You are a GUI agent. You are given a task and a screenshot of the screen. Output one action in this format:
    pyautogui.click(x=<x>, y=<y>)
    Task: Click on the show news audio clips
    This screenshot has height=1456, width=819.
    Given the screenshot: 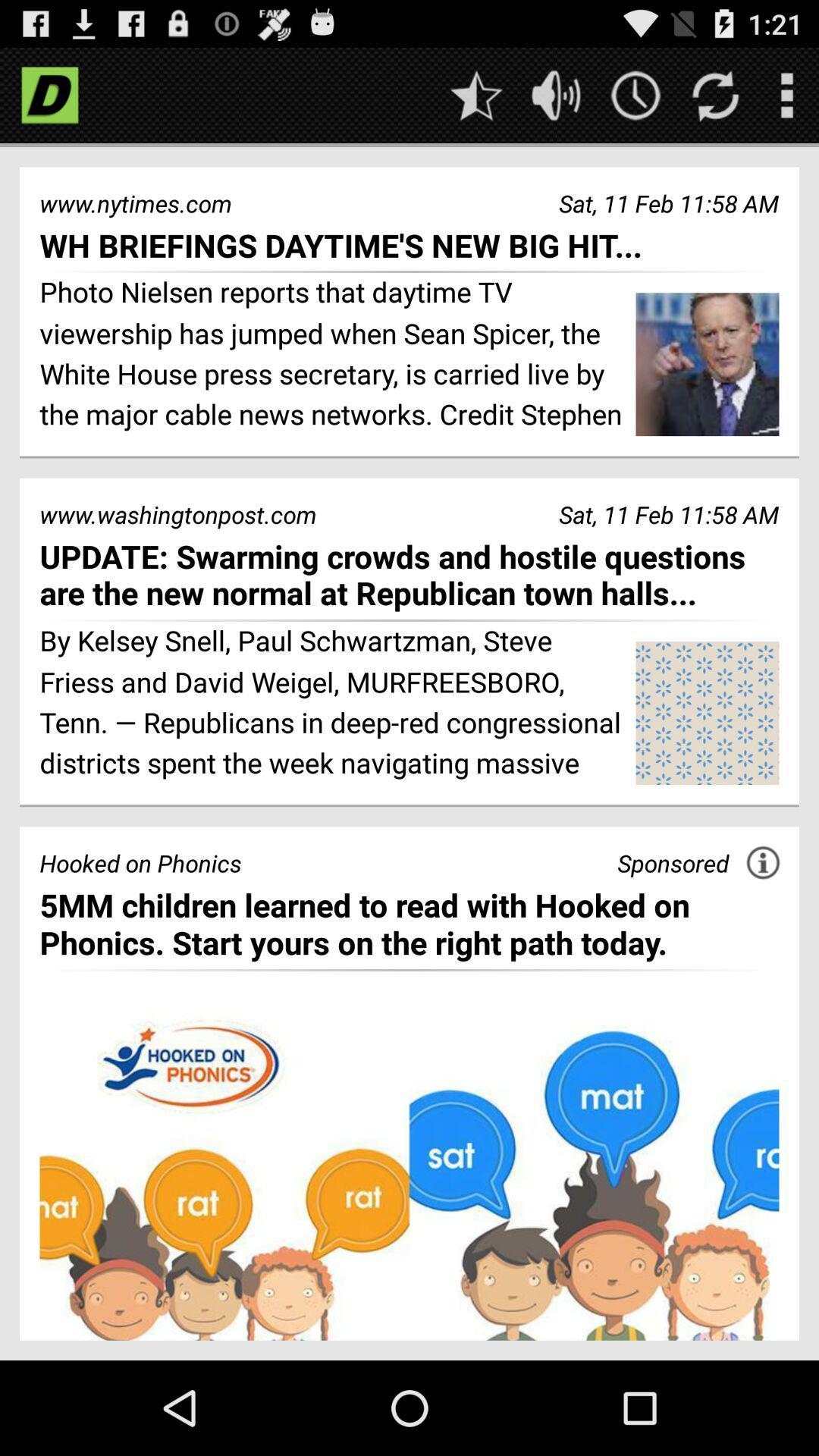 What is the action you would take?
    pyautogui.click(x=556, y=94)
    